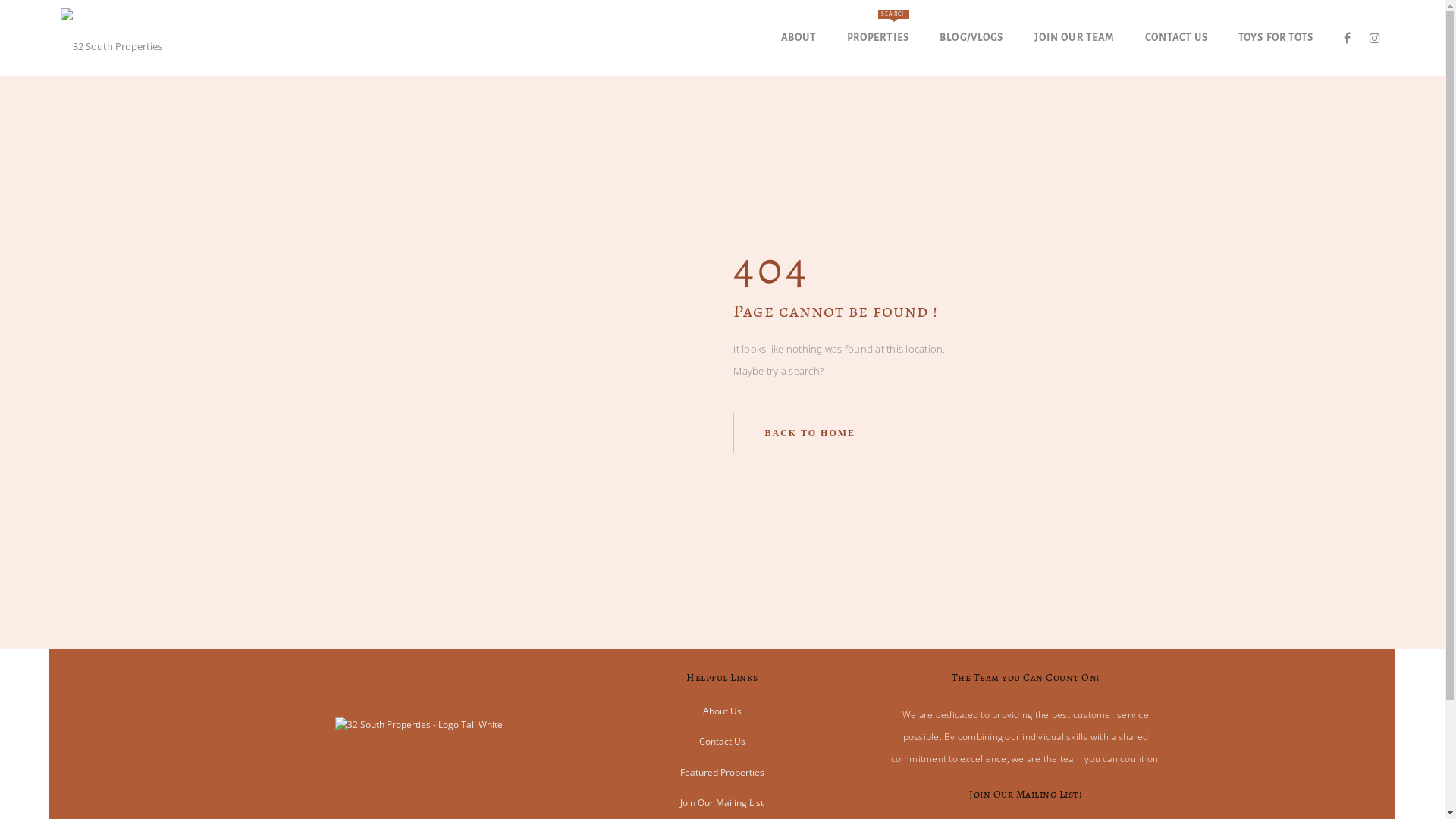 The image size is (1456, 819). What do you see at coordinates (835, 37) in the screenshot?
I see `'PROPERTIES` at bounding box center [835, 37].